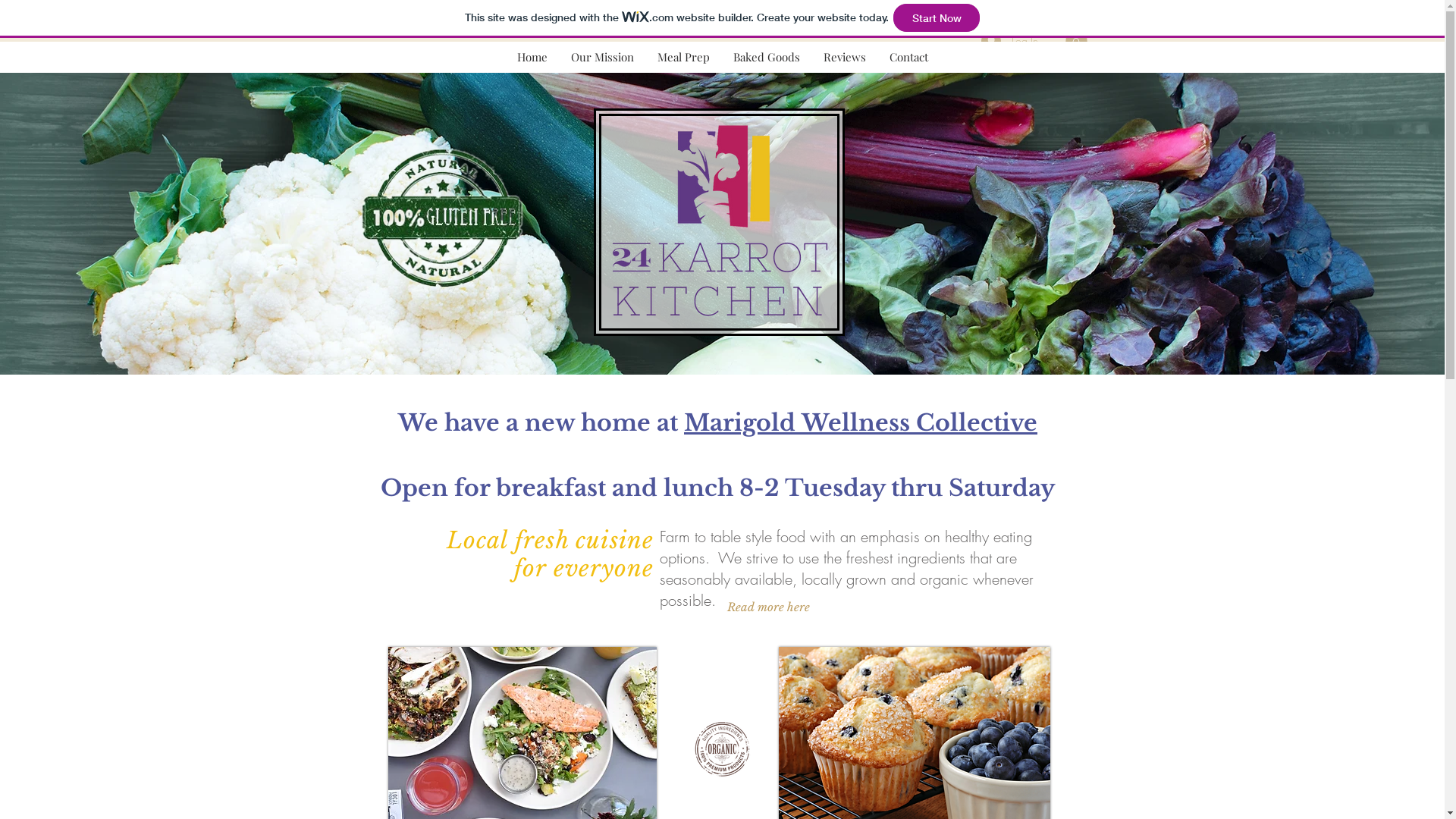 Image resolution: width=1456 pixels, height=819 pixels. Describe the element at coordinates (811, 56) in the screenshot. I see `'Reviews'` at that location.